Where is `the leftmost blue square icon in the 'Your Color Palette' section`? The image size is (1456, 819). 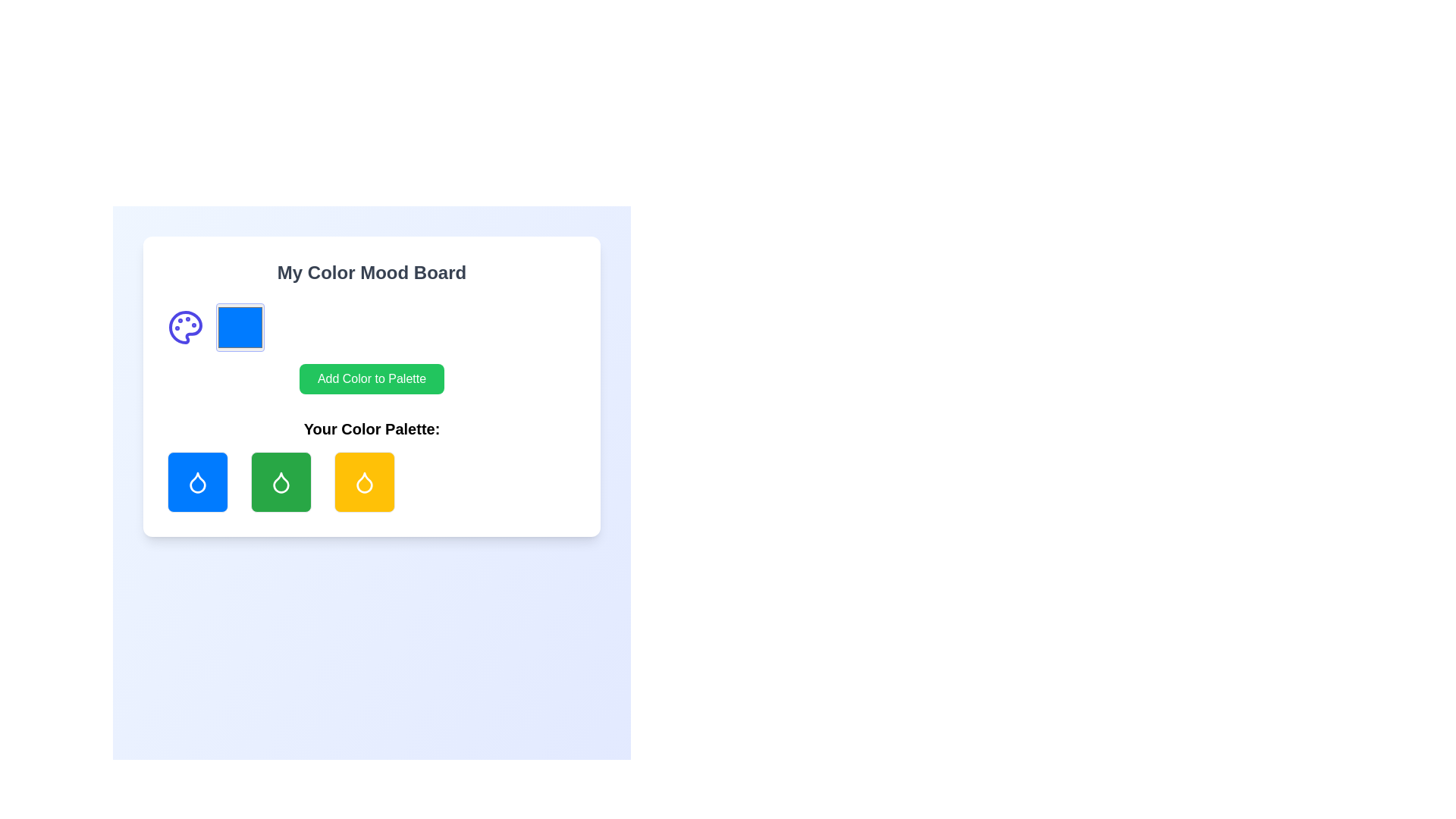
the leftmost blue square icon in the 'Your Color Palette' section is located at coordinates (196, 482).